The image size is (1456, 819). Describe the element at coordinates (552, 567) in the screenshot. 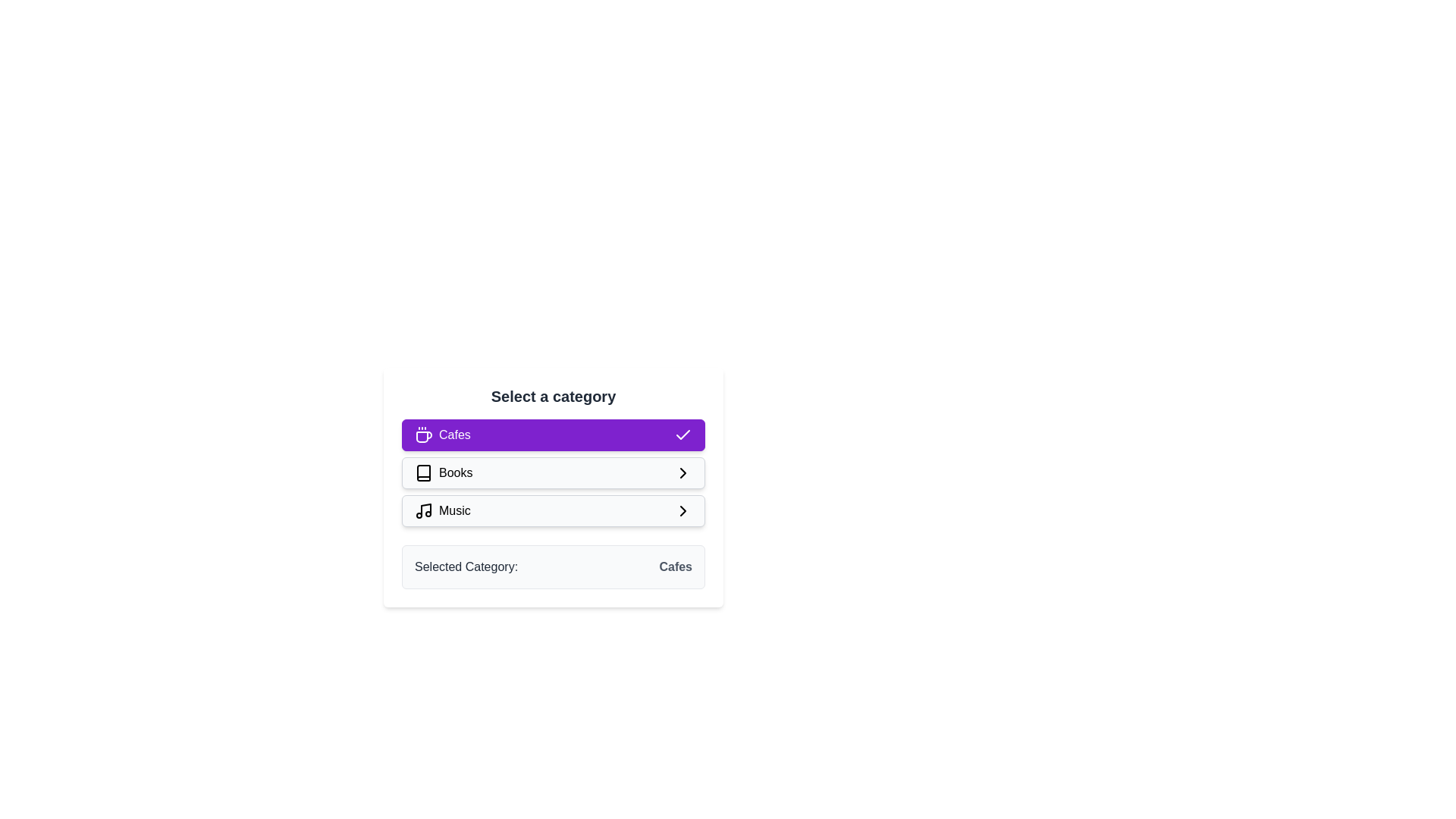

I see `the Informational display box that shows the currently selected category below the list of selectable categories ('Cafes', 'Books', 'Music')` at that location.